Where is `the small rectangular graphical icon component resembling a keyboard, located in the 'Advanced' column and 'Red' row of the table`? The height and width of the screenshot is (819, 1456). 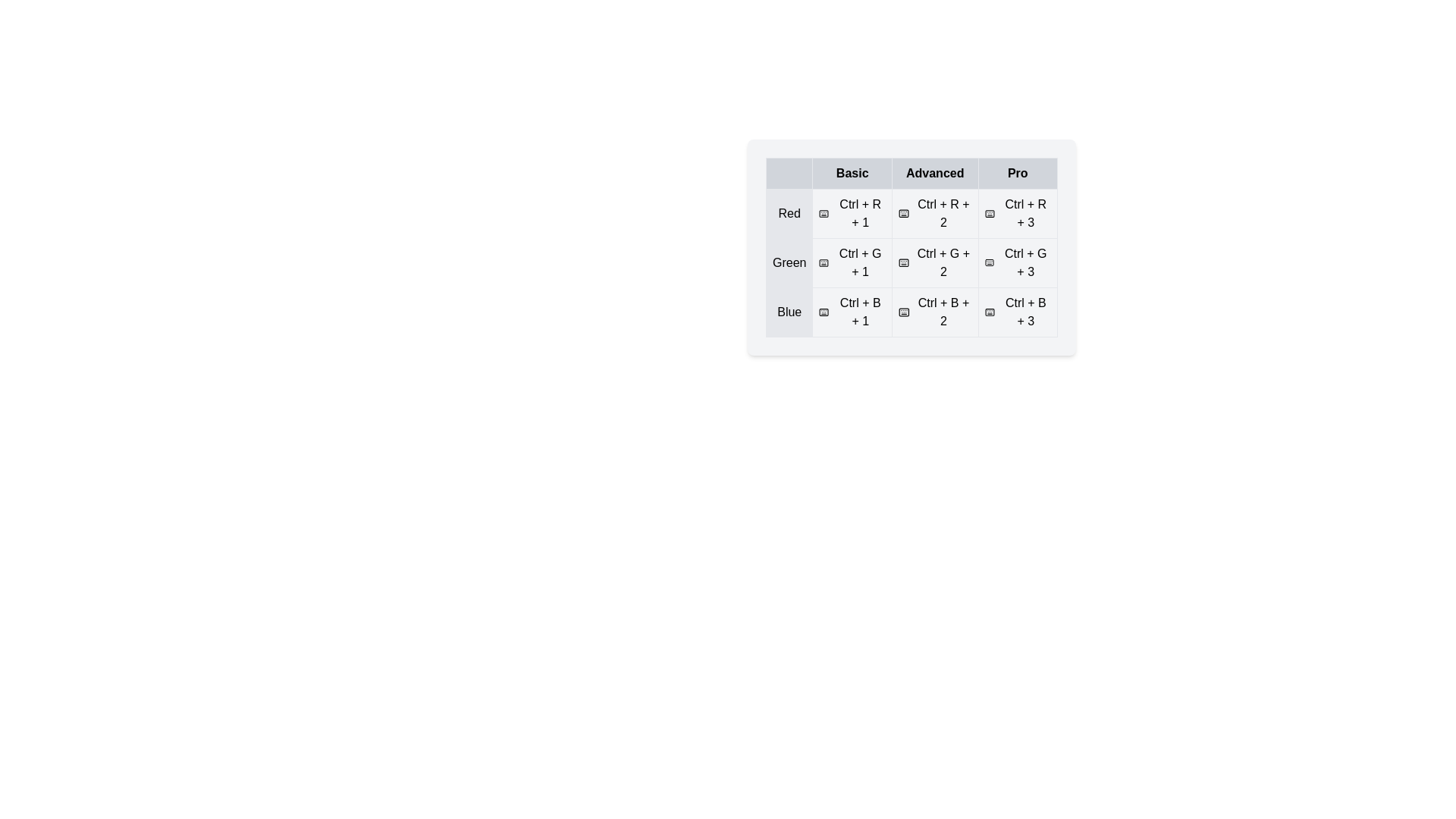 the small rectangular graphical icon component resembling a keyboard, located in the 'Advanced' column and 'Red' row of the table is located at coordinates (990, 213).